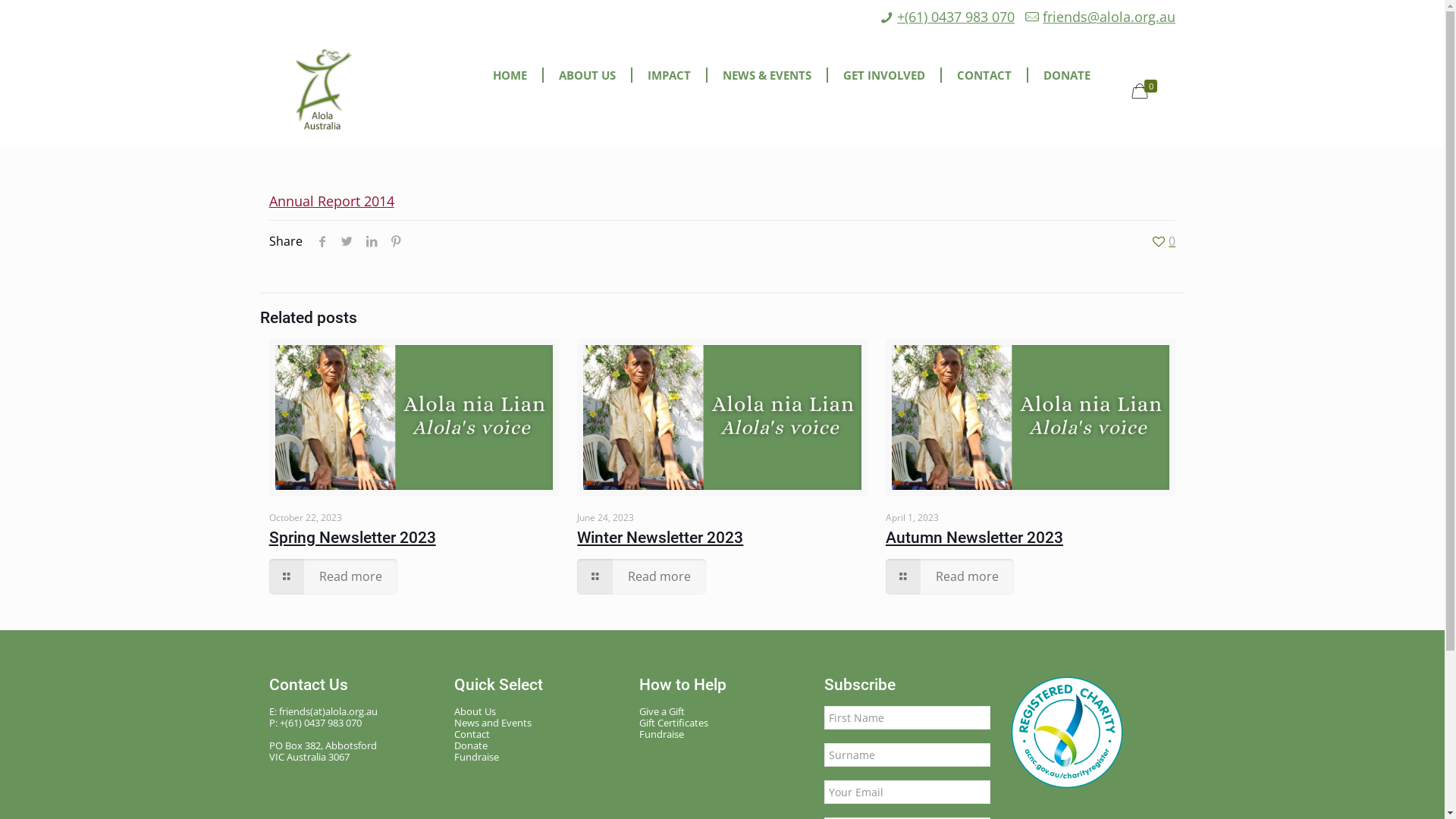 Image resolution: width=1456 pixels, height=819 pixels. I want to click on 'CONTACT', so click(941, 75).